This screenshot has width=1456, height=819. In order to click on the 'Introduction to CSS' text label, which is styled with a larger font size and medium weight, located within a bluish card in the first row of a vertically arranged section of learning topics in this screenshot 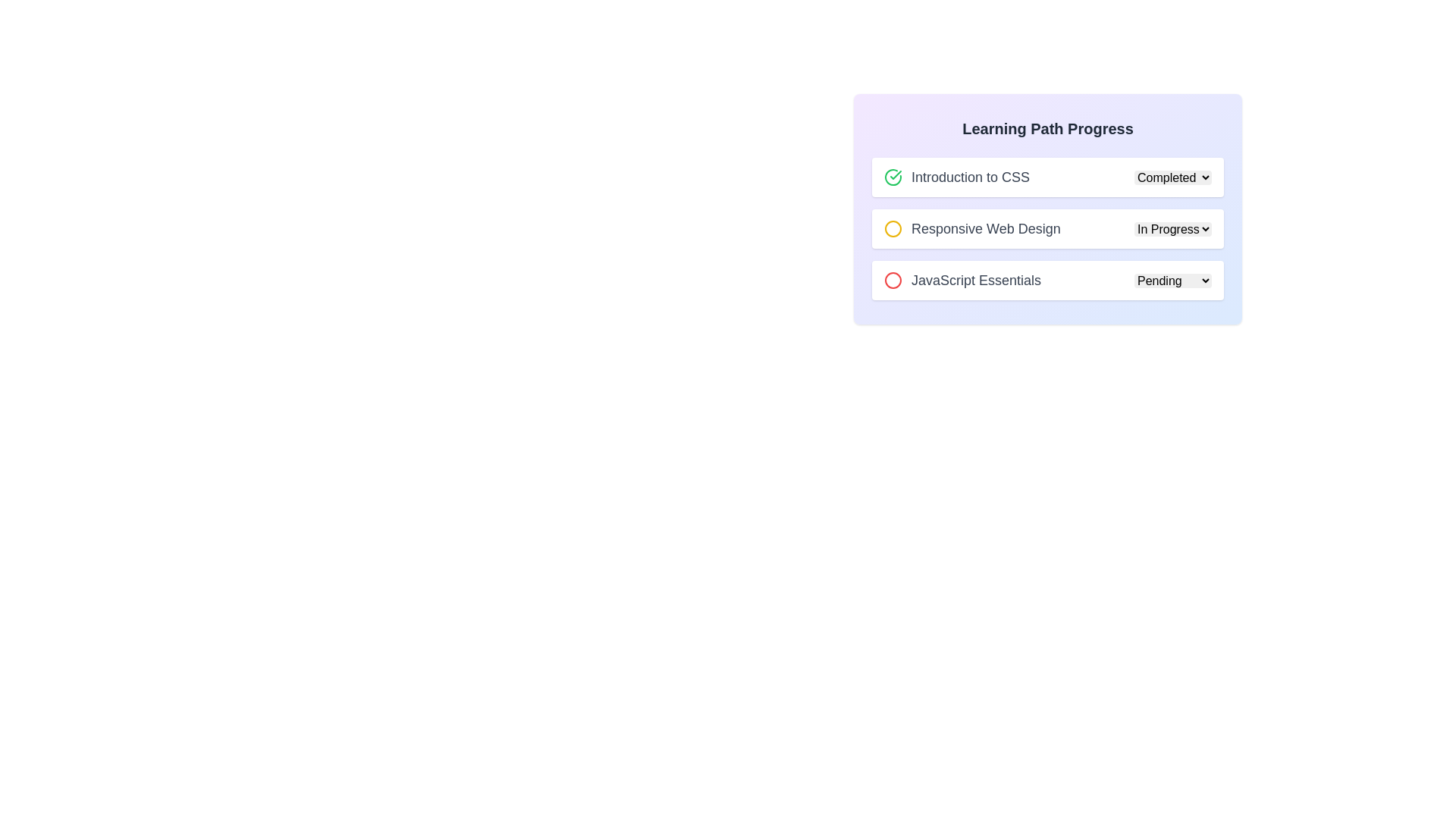, I will do `click(971, 177)`.